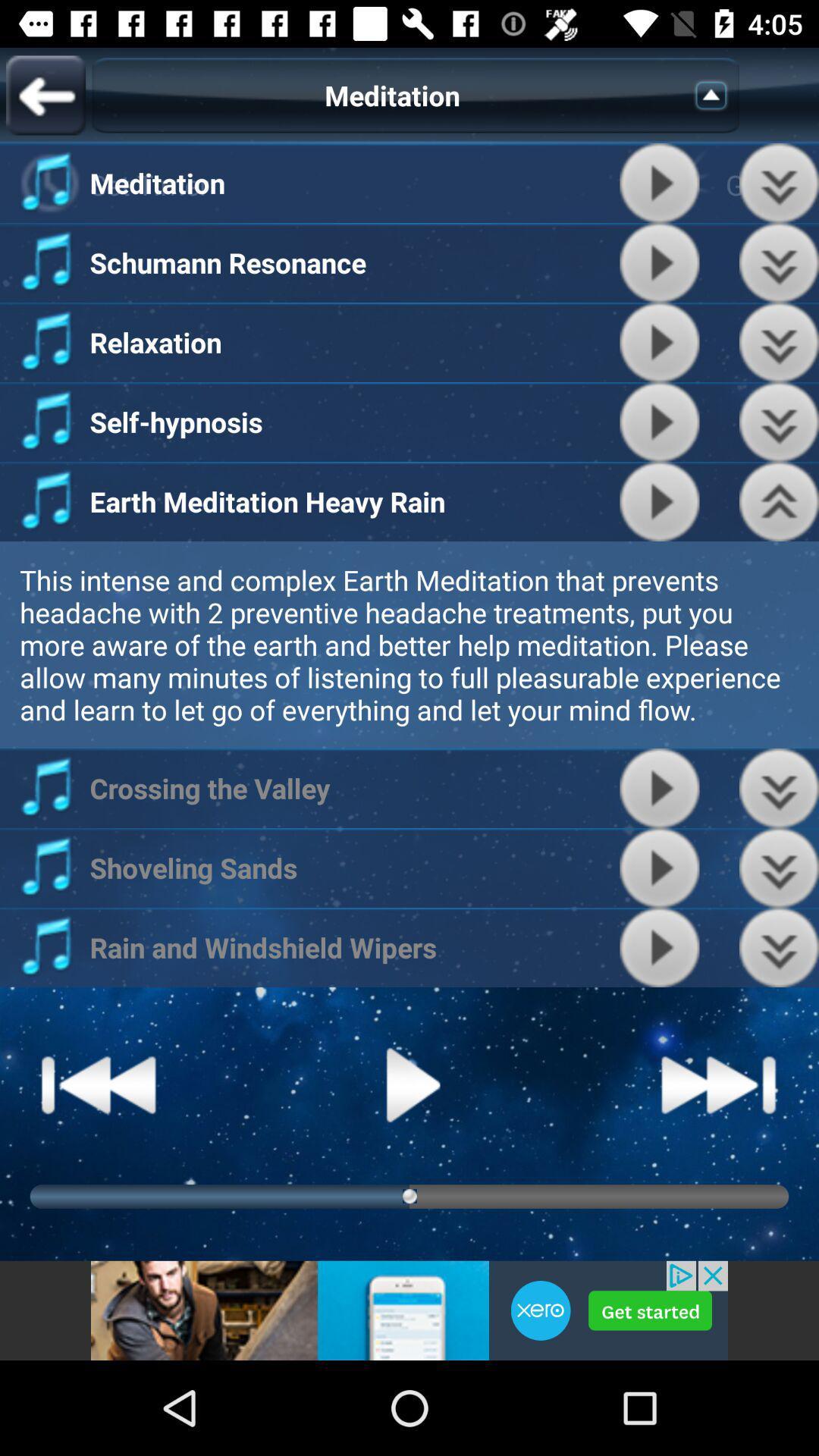  What do you see at coordinates (716, 94) in the screenshot?
I see `the symbol` at bounding box center [716, 94].